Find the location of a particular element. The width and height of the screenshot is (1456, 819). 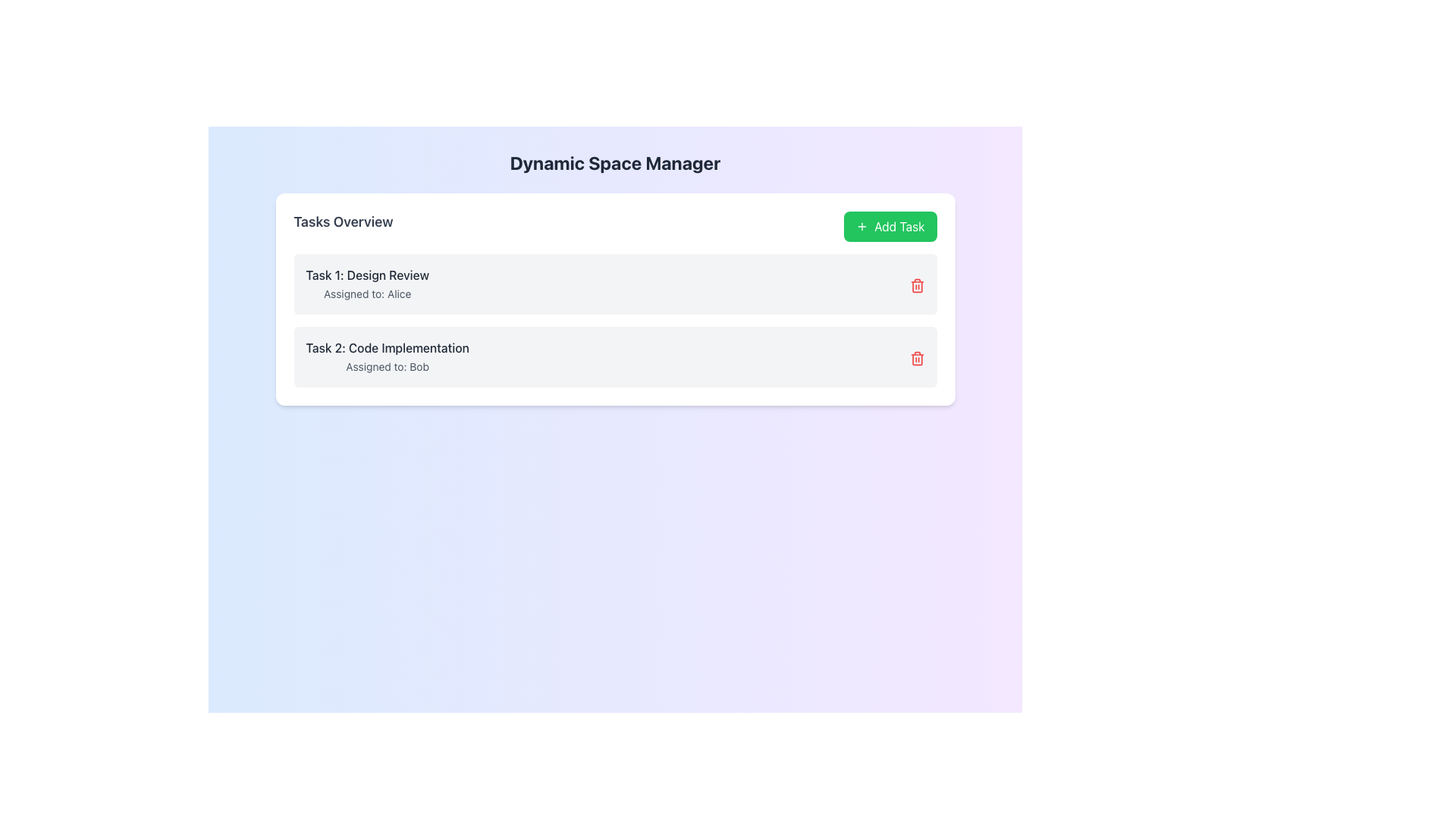

title 'Dynamic Space Manager' displayed in bold at the upper section of the interface, which is centrally aligned above the task overview section is located at coordinates (615, 163).